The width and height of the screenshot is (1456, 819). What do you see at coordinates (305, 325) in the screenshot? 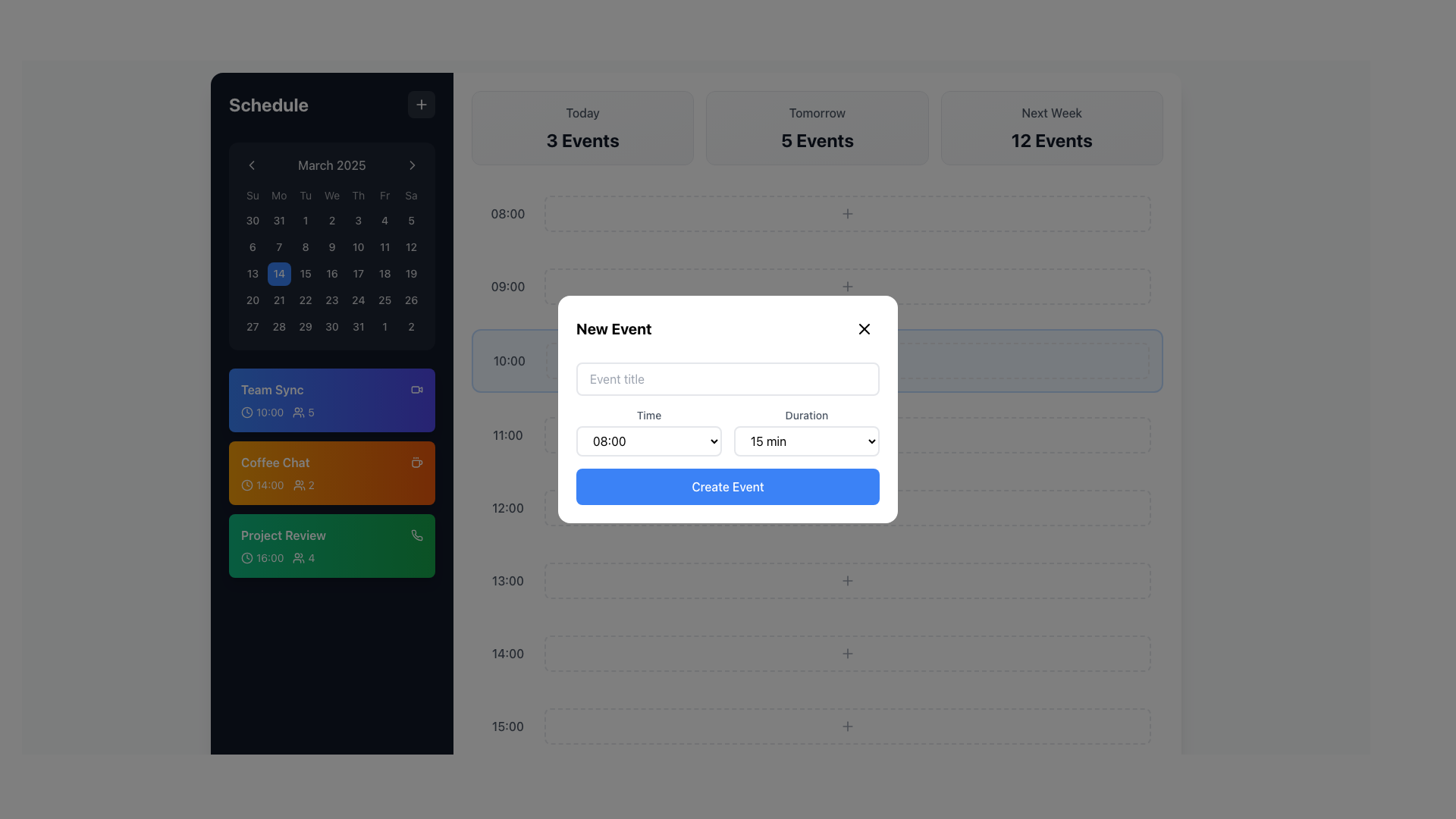
I see `the numerical button displaying '29' located in the bottom-right corner of the calendar grid` at bounding box center [305, 325].